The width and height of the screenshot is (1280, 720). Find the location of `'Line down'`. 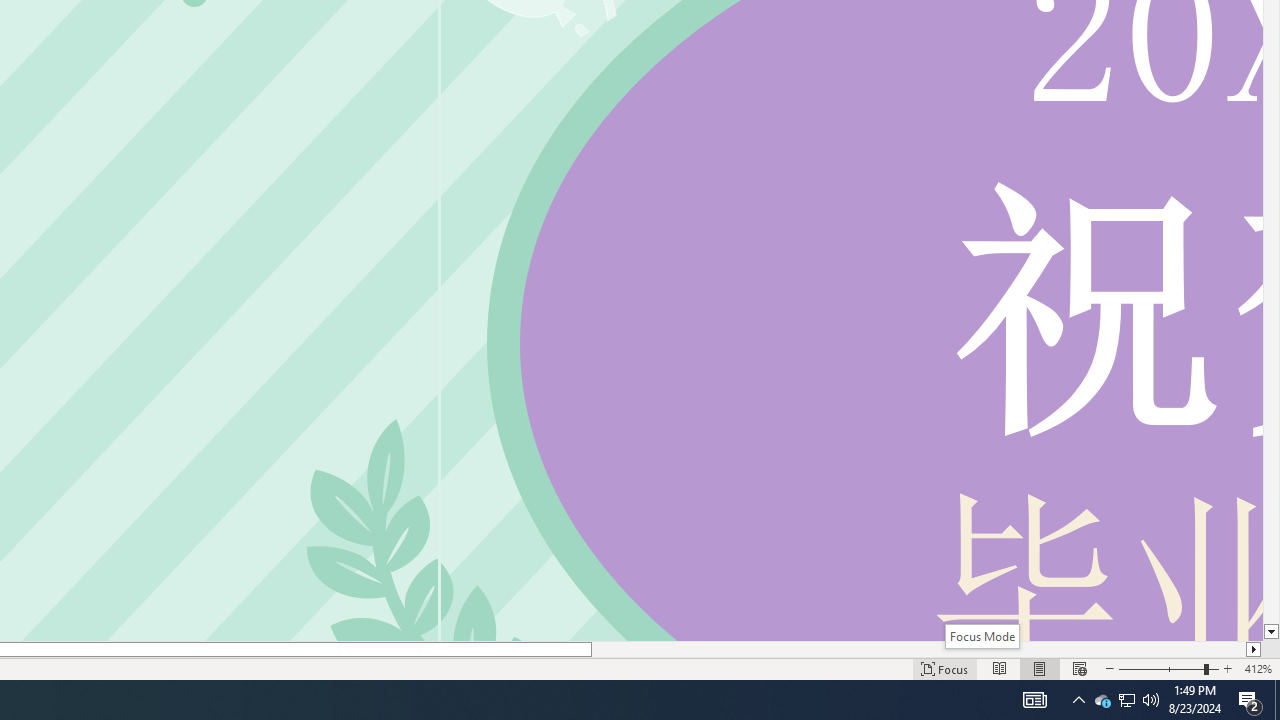

'Line down' is located at coordinates (1270, 632).